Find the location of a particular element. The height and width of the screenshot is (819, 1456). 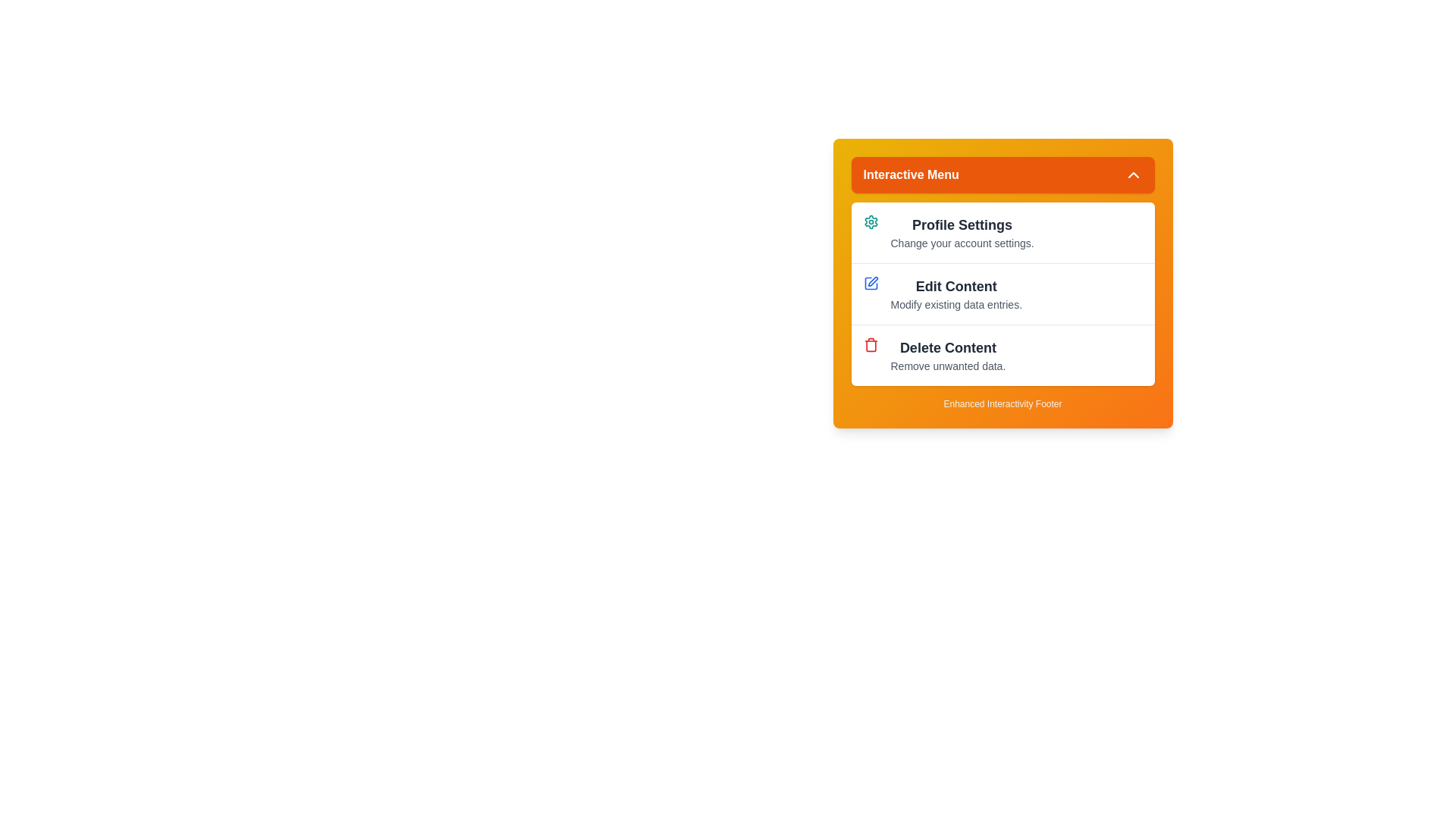

the menu item Delete Content to reveal its hover effect is located at coordinates (947, 356).